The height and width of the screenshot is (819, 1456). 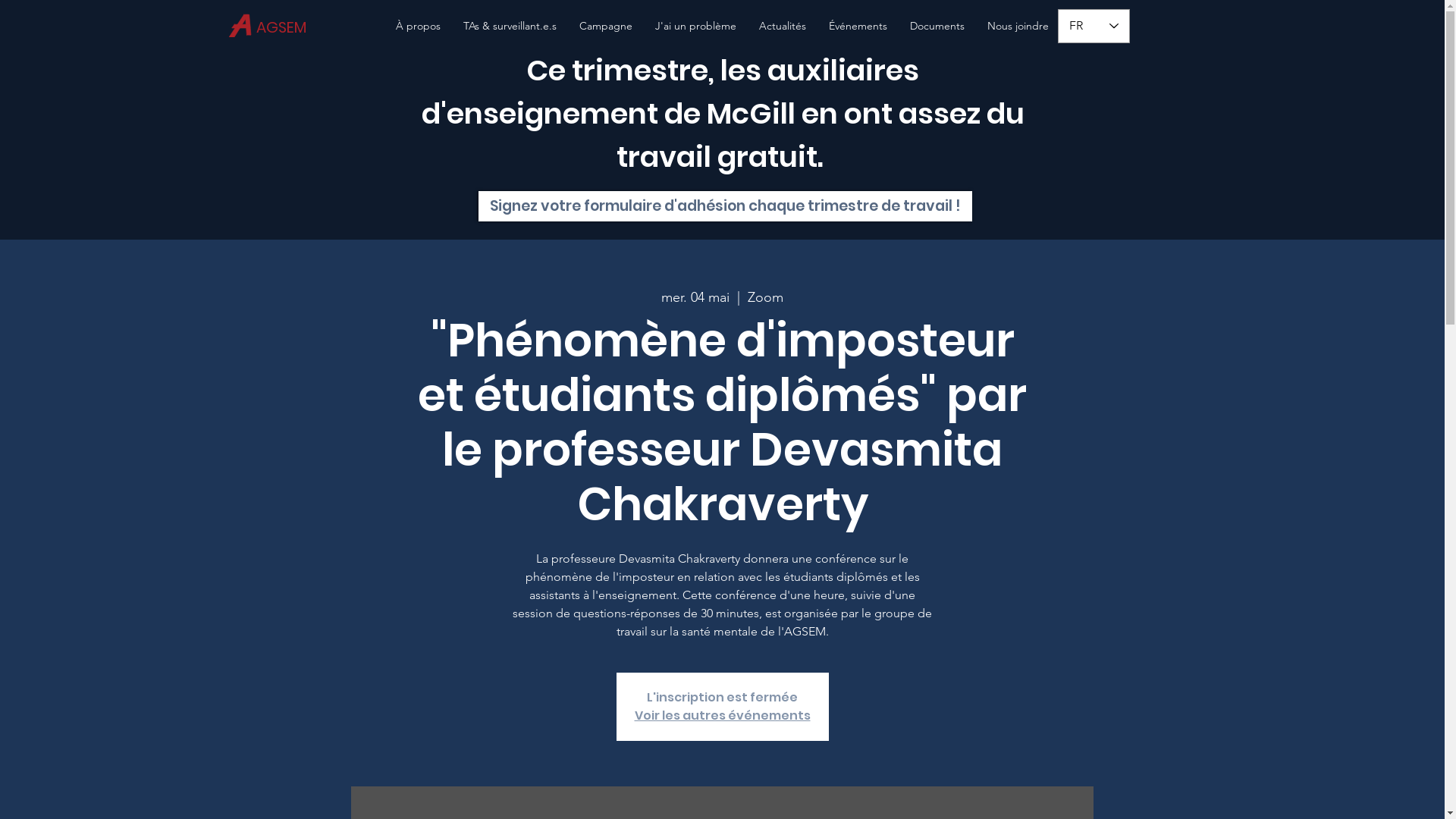 What do you see at coordinates (1018, 26) in the screenshot?
I see `'Nous joindre'` at bounding box center [1018, 26].